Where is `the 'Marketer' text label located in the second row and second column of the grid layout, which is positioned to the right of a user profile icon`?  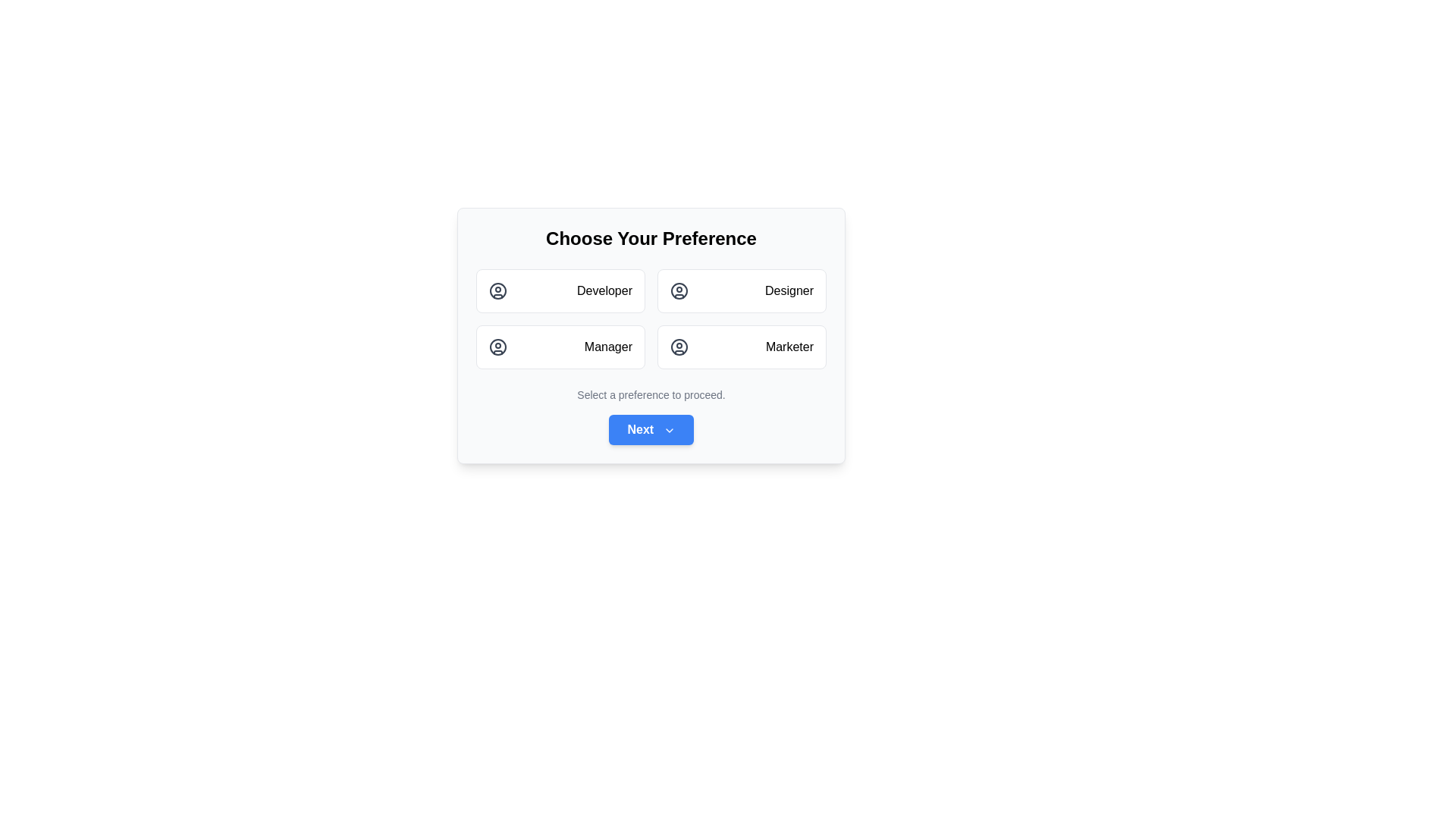 the 'Marketer' text label located in the second row and second column of the grid layout, which is positioned to the right of a user profile icon is located at coordinates (789, 347).